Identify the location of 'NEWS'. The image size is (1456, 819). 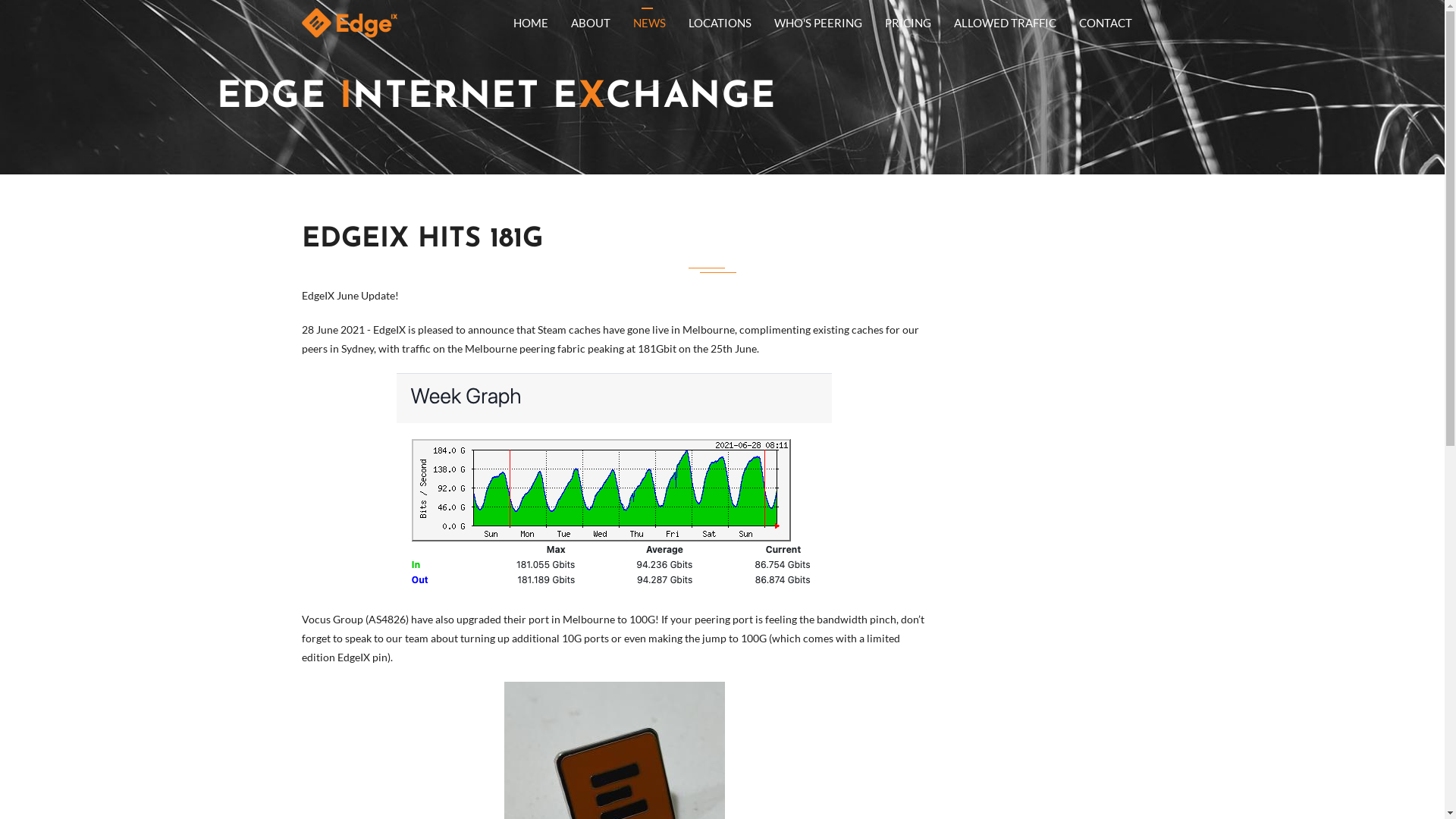
(649, 23).